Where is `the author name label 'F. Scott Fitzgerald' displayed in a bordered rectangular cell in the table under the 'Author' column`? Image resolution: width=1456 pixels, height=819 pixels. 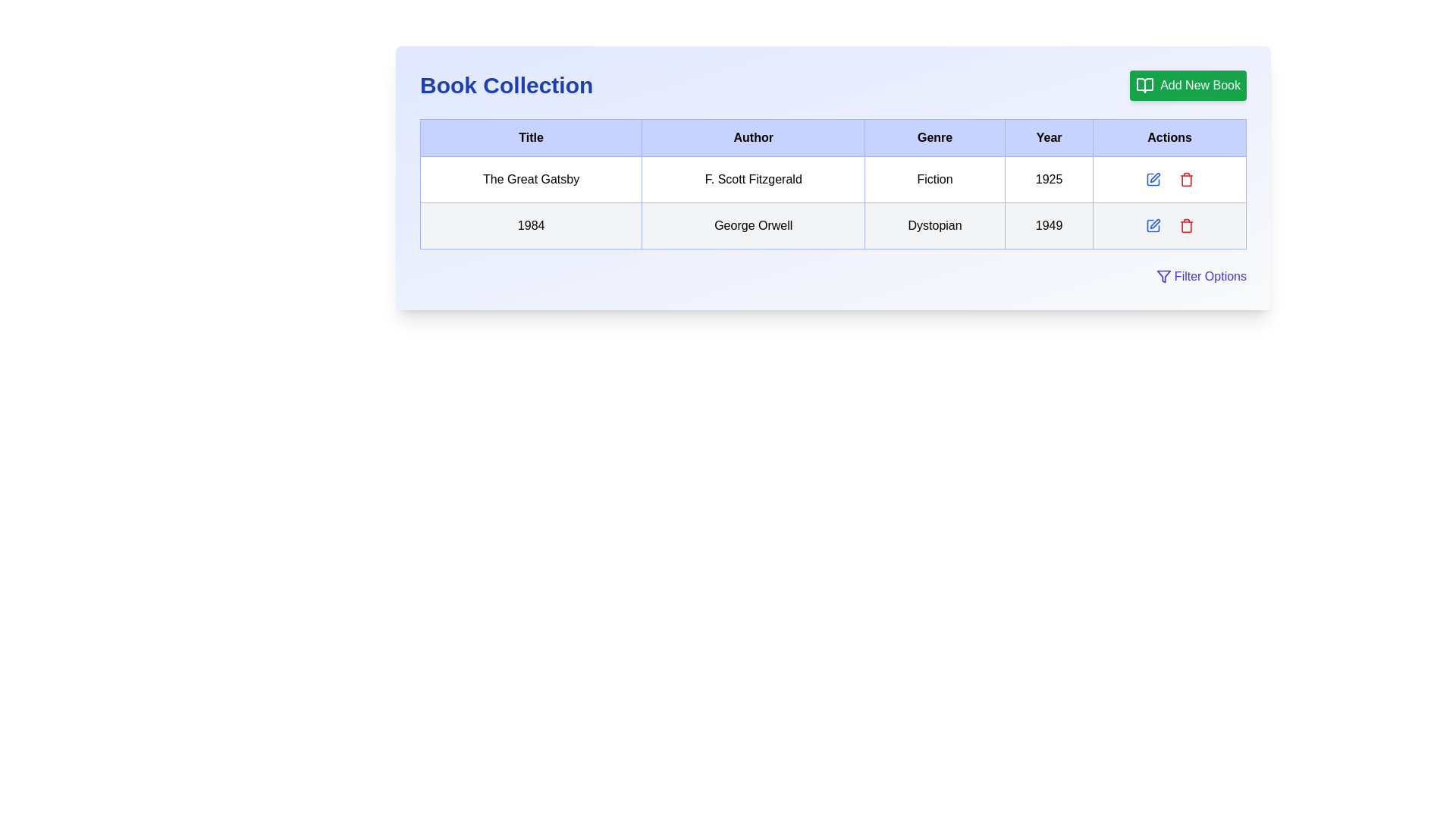 the author name label 'F. Scott Fitzgerald' displayed in a bordered rectangular cell in the table under the 'Author' column is located at coordinates (753, 178).